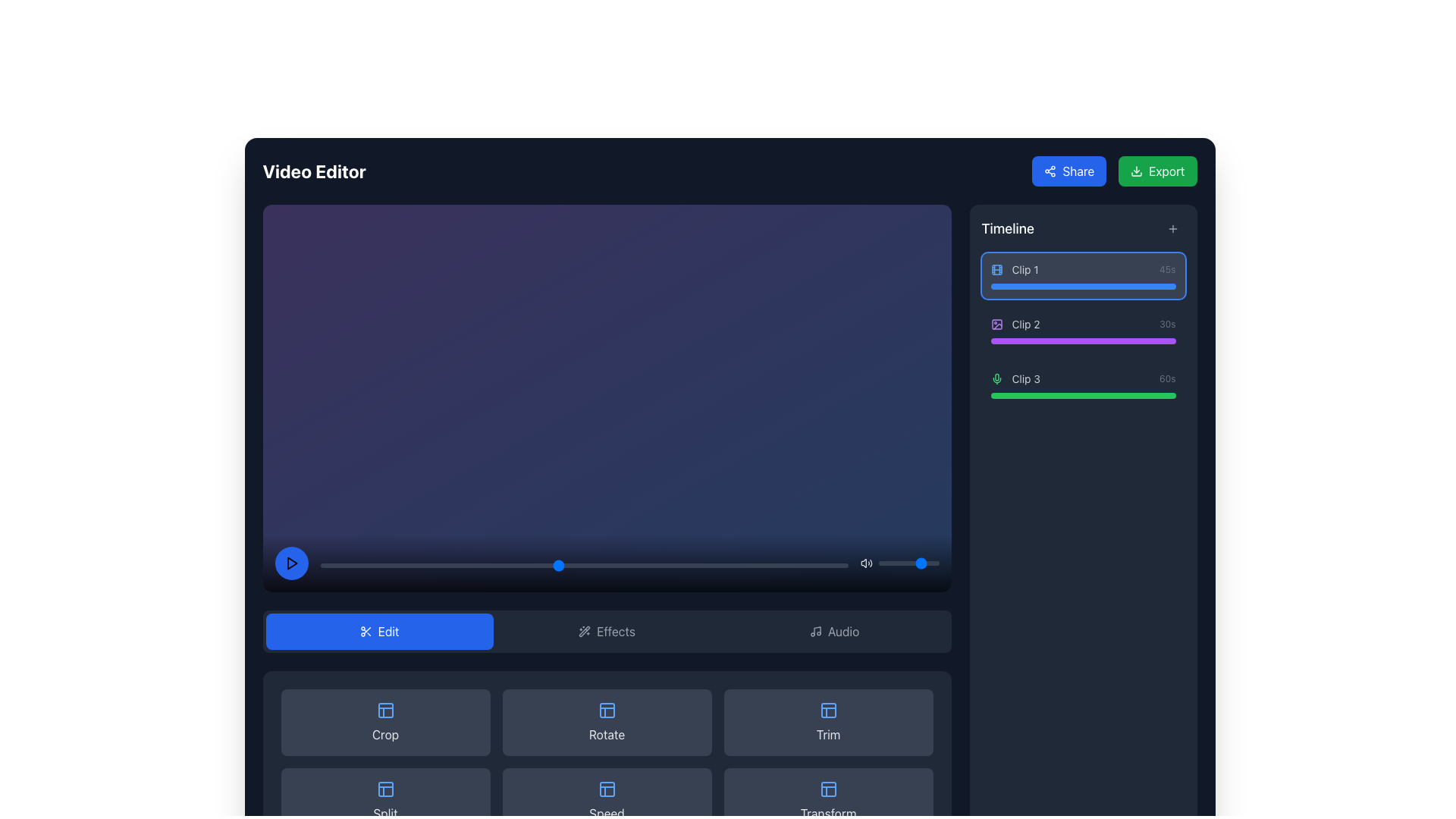 This screenshot has height=819, width=1456. What do you see at coordinates (607, 397) in the screenshot?
I see `the playback controls of the video player area, which is characterized by a gradient background and includes a play button, timeline scrubber, and volume adjustment elements` at bounding box center [607, 397].